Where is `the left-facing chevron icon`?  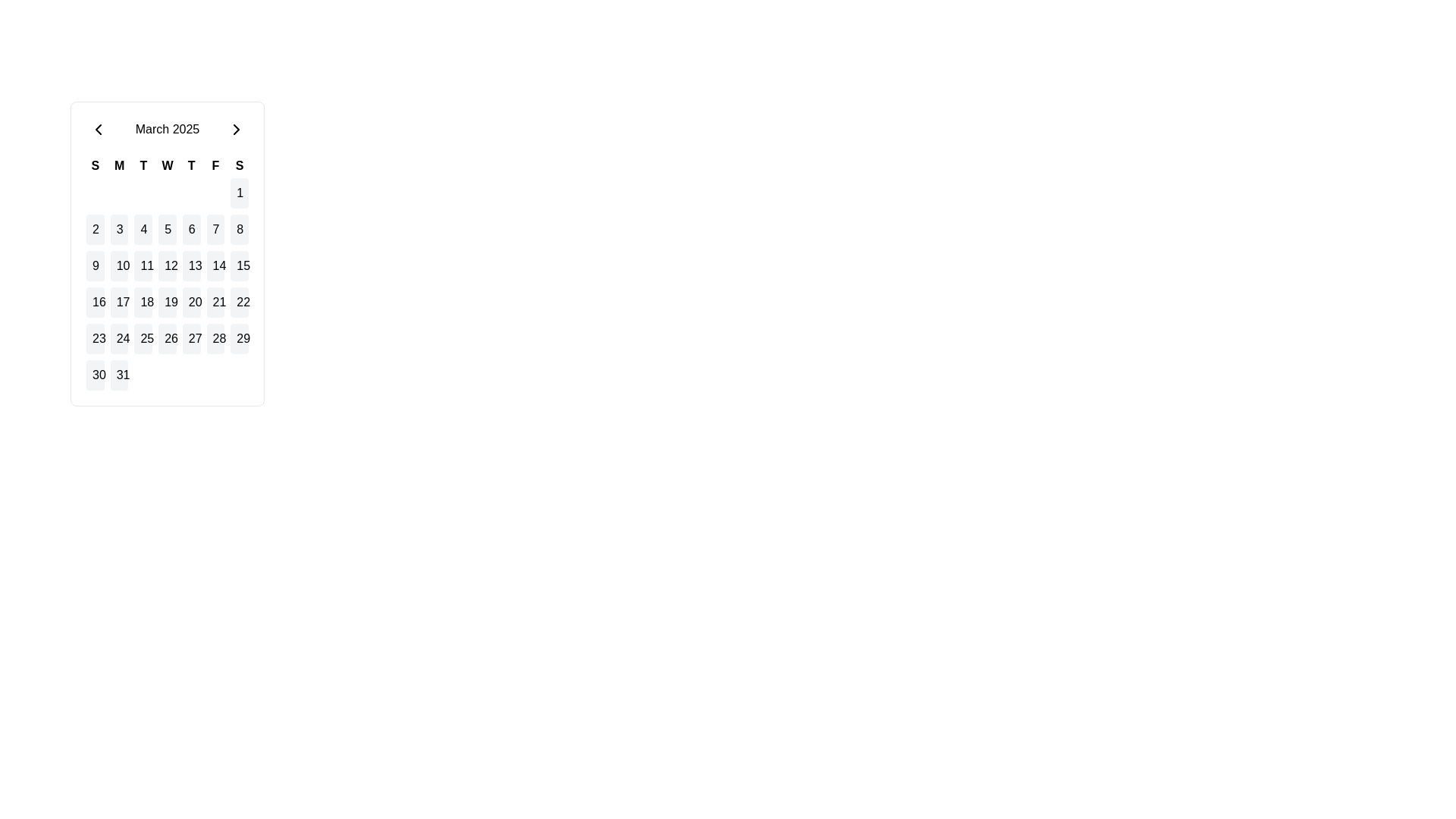
the left-facing chevron icon is located at coordinates (97, 128).